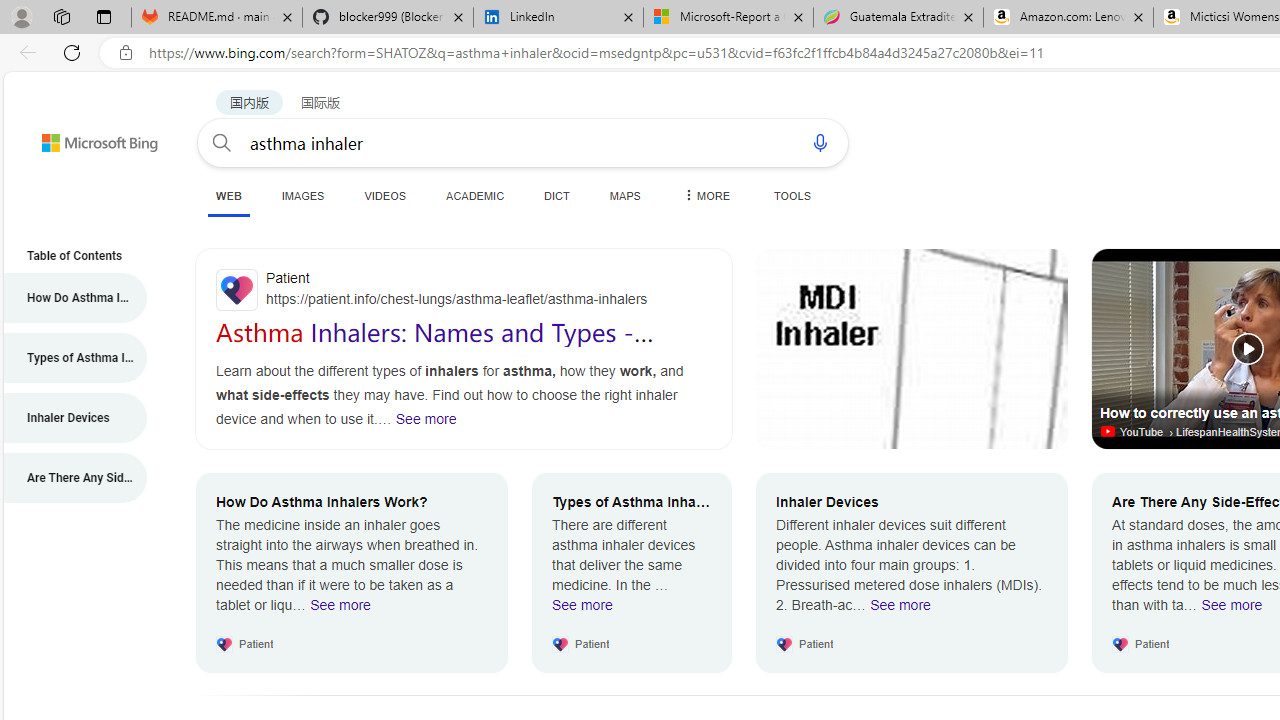 This screenshot has width=1280, height=720. I want to click on 'MAPS', so click(624, 195).